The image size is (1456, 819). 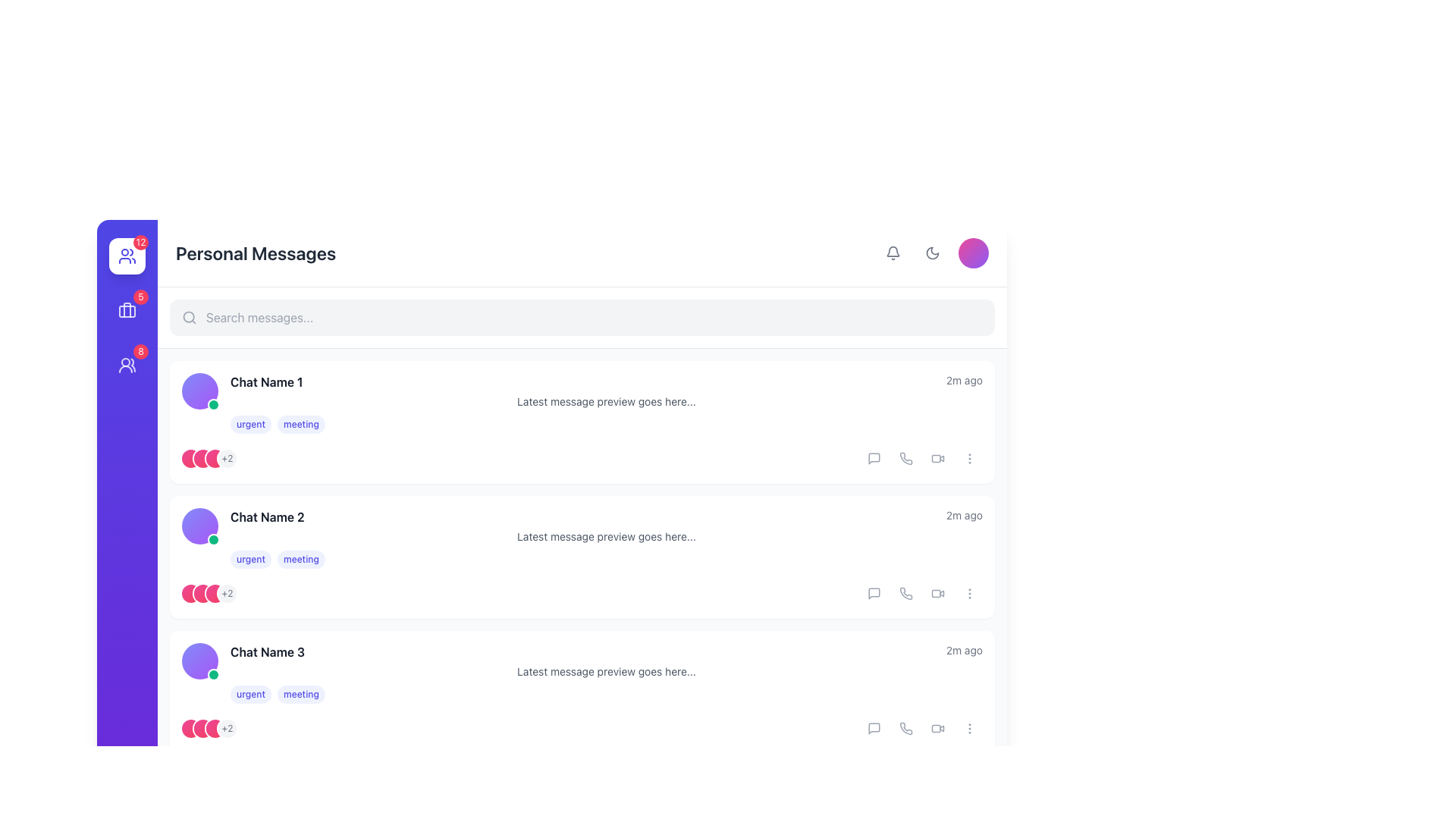 I want to click on the text label displaying 'Chat Name 1', which is styled with bold and dark gray font, located at the top-left side of a chat list item card, so click(x=266, y=381).